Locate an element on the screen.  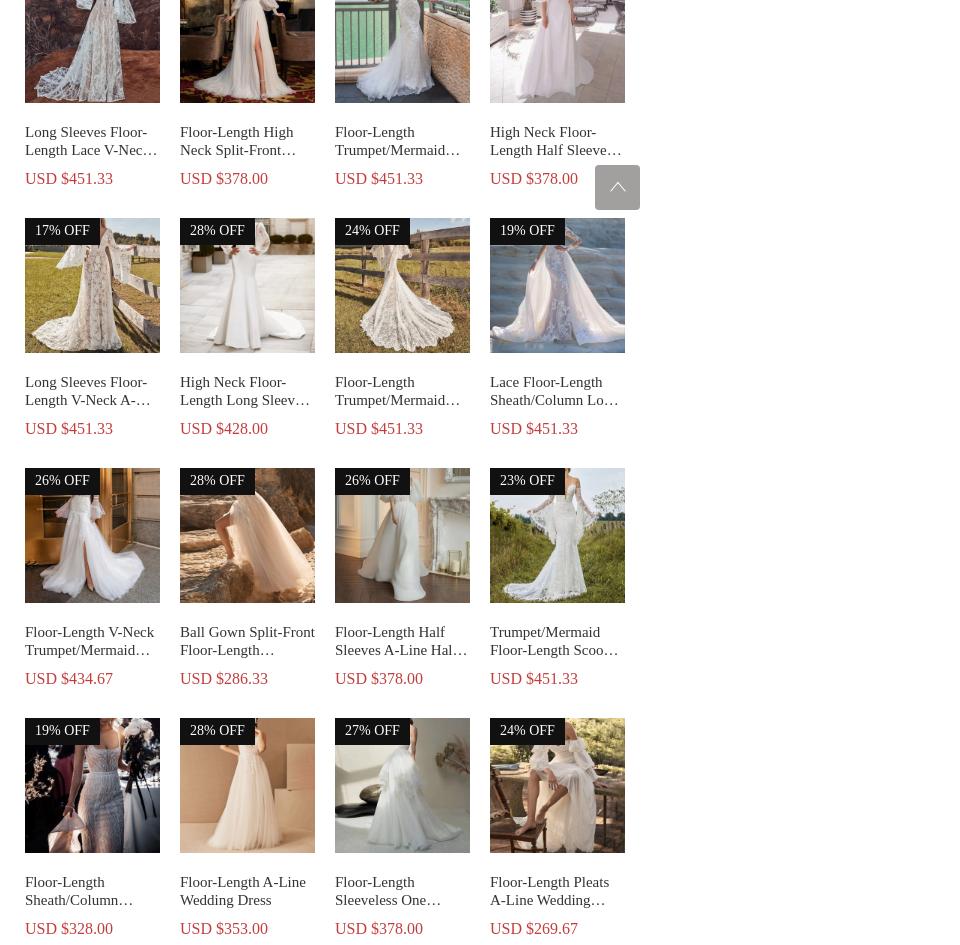
'Floor-Length Sleeveless One Shoulder Ball Gown Hall Wedding Dress' is located at coordinates (395, 907).